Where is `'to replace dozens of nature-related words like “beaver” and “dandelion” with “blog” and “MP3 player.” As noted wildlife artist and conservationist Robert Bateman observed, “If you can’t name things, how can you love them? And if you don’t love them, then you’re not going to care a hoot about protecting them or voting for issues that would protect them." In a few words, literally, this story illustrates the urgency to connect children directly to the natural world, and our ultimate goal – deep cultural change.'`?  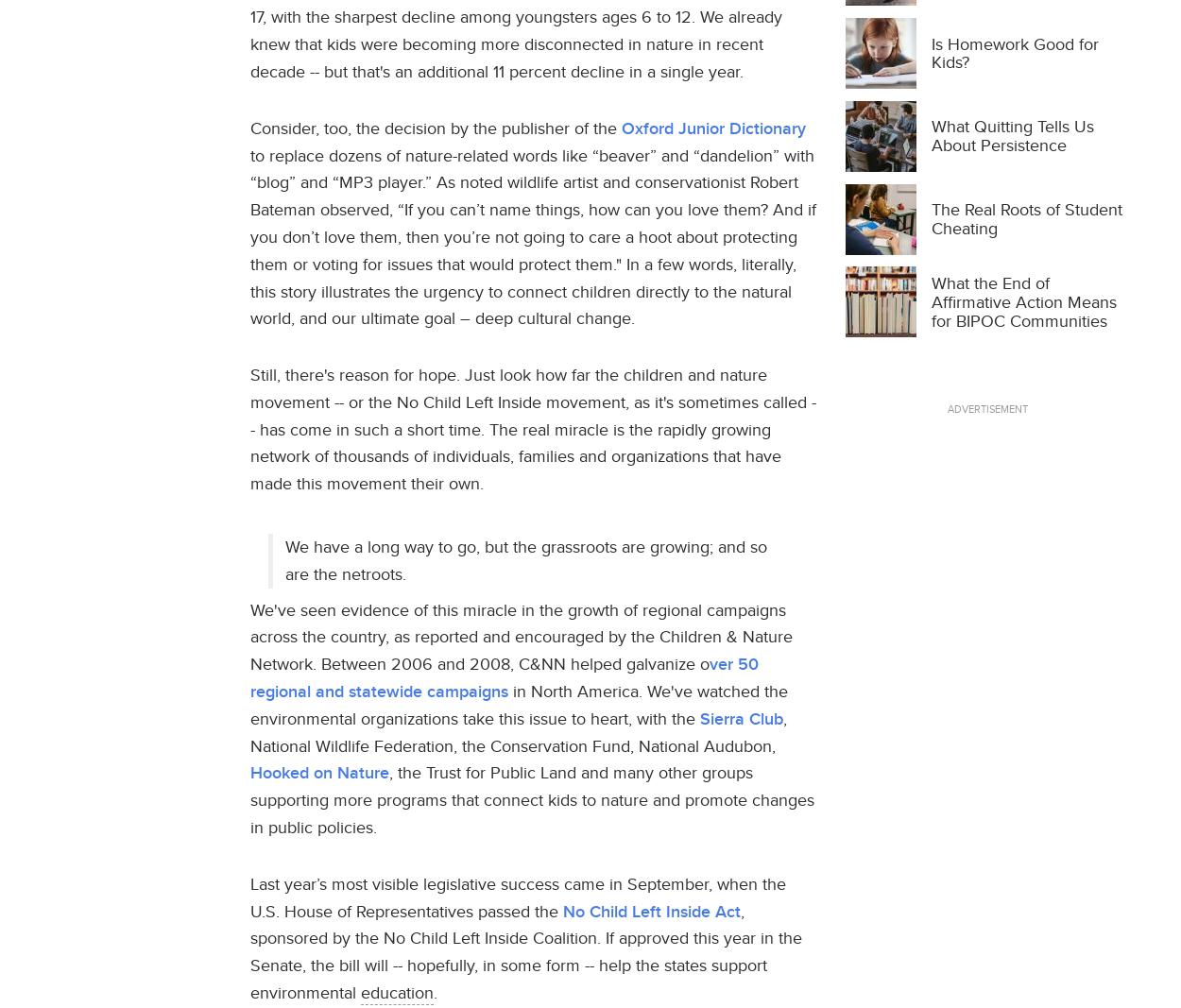 'to replace dozens of nature-related words like “beaver” and “dandelion” with “blog” and “MP3 player.” As noted wildlife artist and conservationist Robert Bateman observed, “If you can’t name things, how can you love them? And if you don’t love them, then you’re not going to care a hoot about protecting them or voting for issues that would protect them." In a few words, literally, this story illustrates the urgency to connect children directly to the natural world, and our ultimate goal – deep cultural change.' is located at coordinates (532, 235).